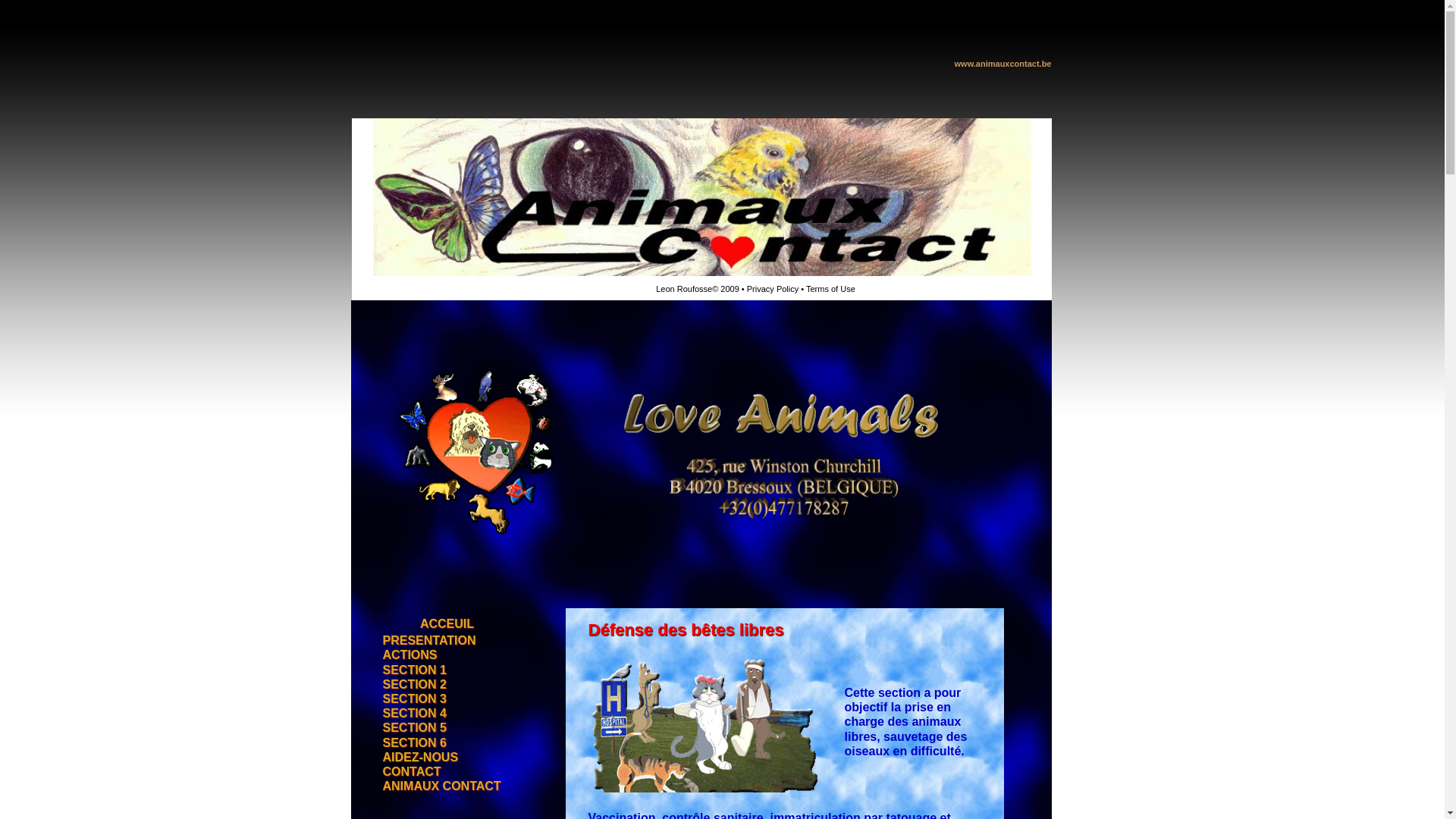  Describe the element at coordinates (414, 727) in the screenshot. I see `'SECTION 5'` at that location.